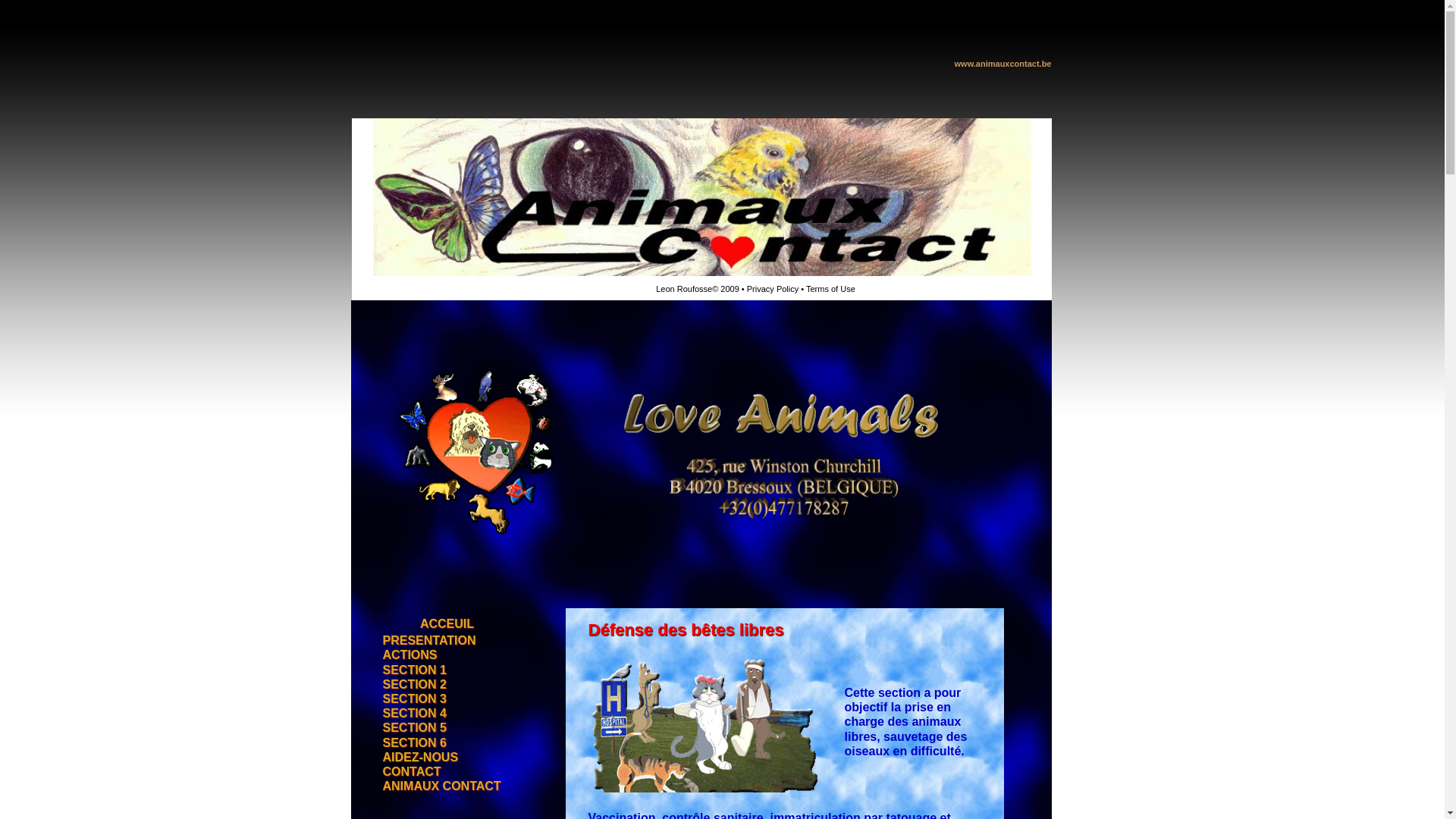  Describe the element at coordinates (414, 727) in the screenshot. I see `'SECTION 5'` at that location.